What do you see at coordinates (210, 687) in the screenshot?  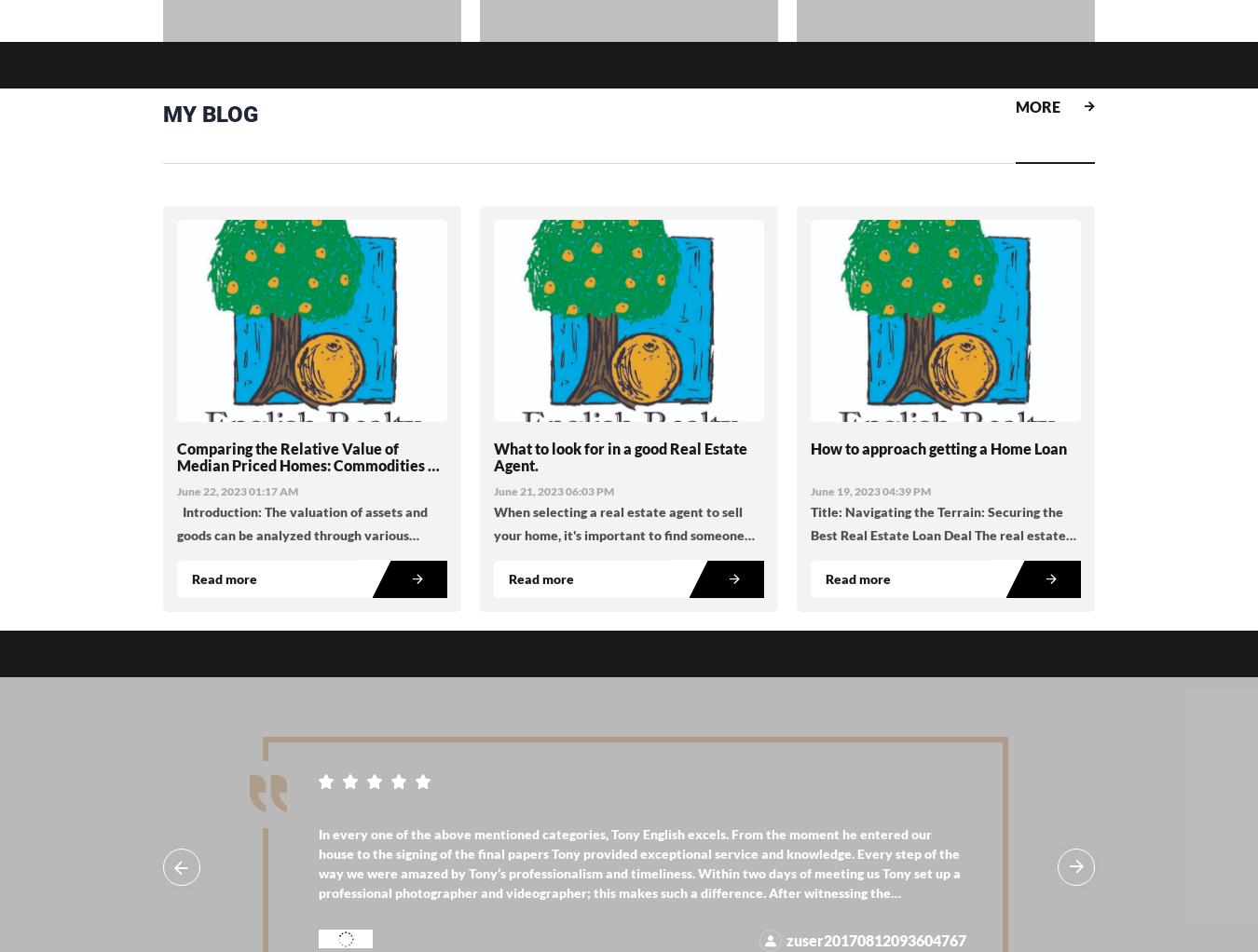 I see `'REVIEWS'` at bounding box center [210, 687].